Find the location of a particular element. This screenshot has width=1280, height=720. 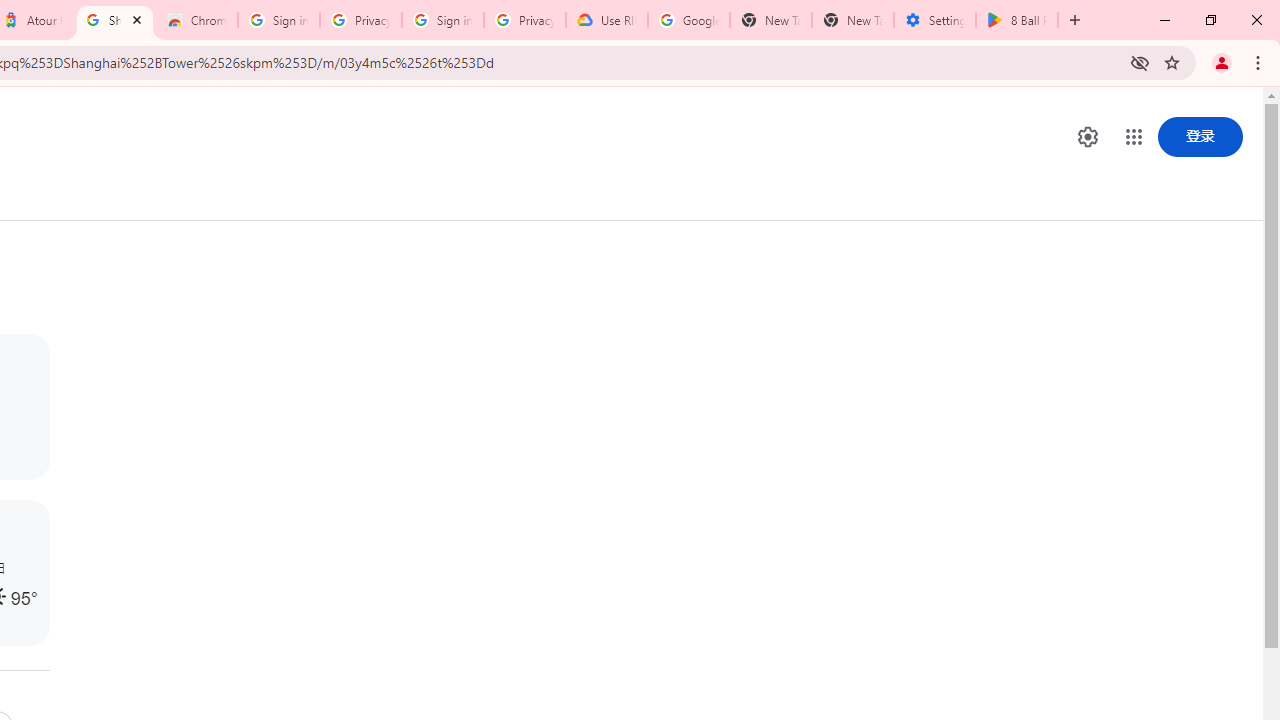

'8 Ball Pool - Apps on Google Play' is located at coordinates (1016, 20).